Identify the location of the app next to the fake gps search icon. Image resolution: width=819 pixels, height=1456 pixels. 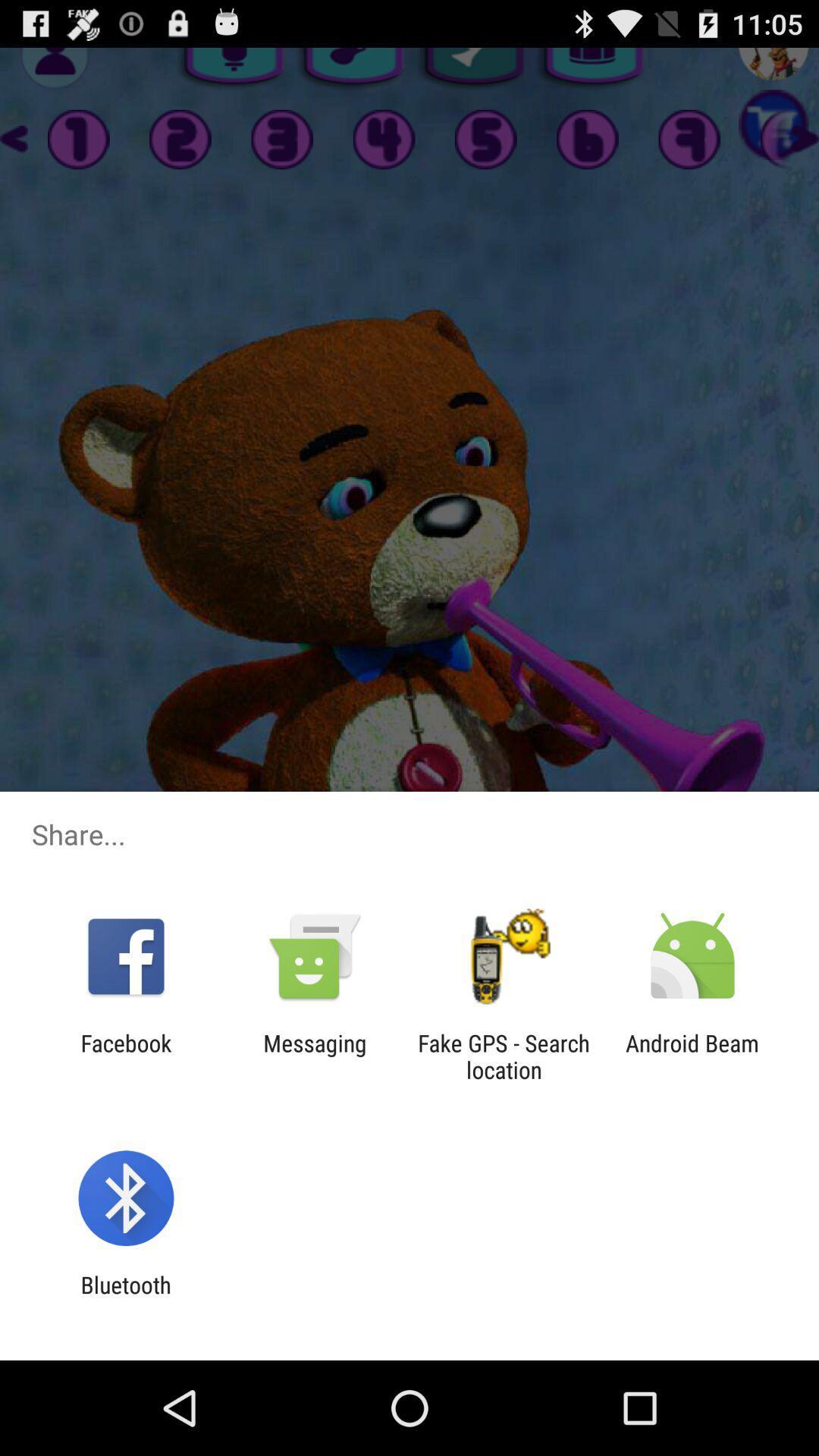
(692, 1056).